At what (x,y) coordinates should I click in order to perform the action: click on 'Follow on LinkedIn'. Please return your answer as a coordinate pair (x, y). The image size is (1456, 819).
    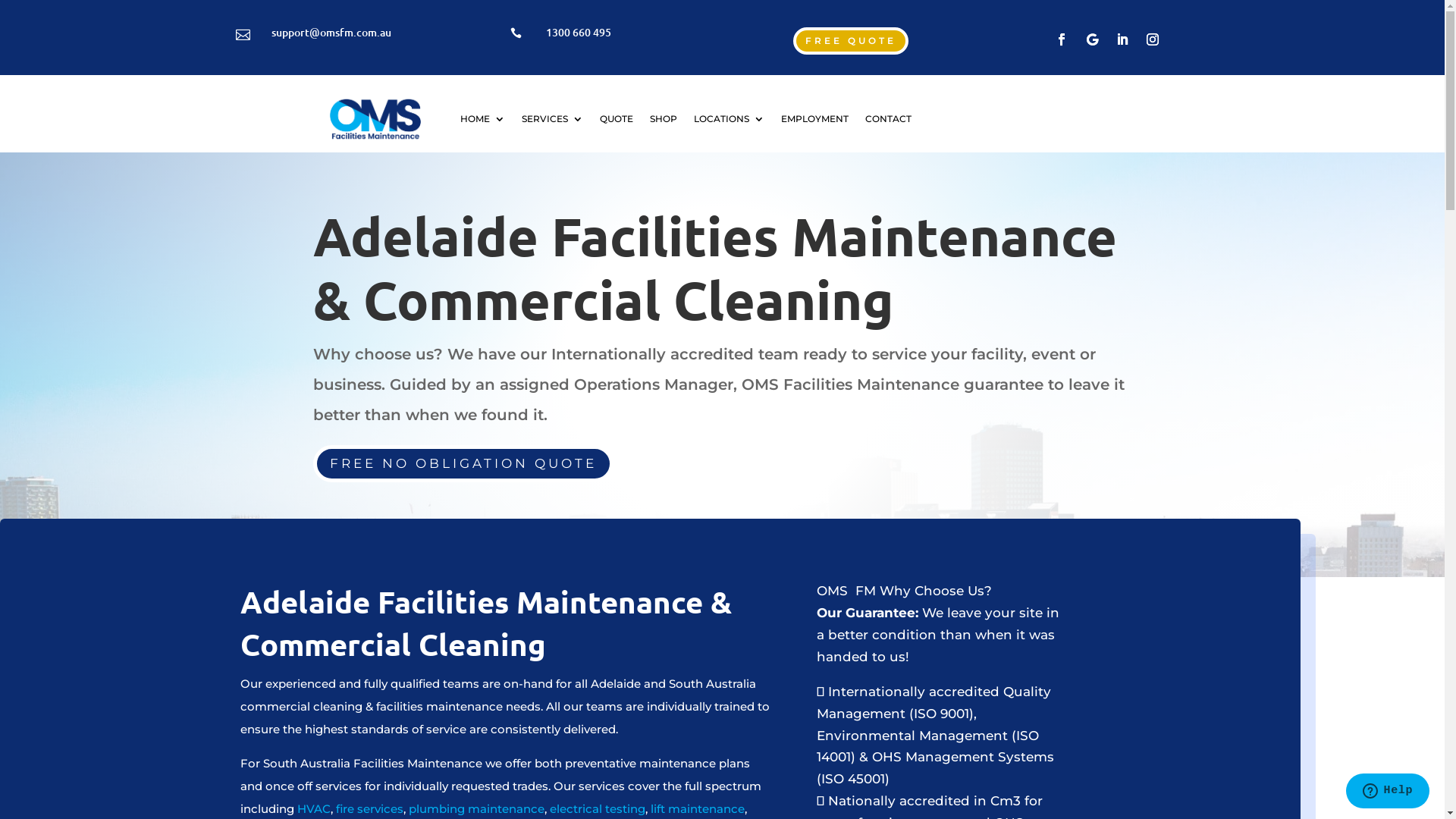
    Looking at the image, I should click on (1110, 38).